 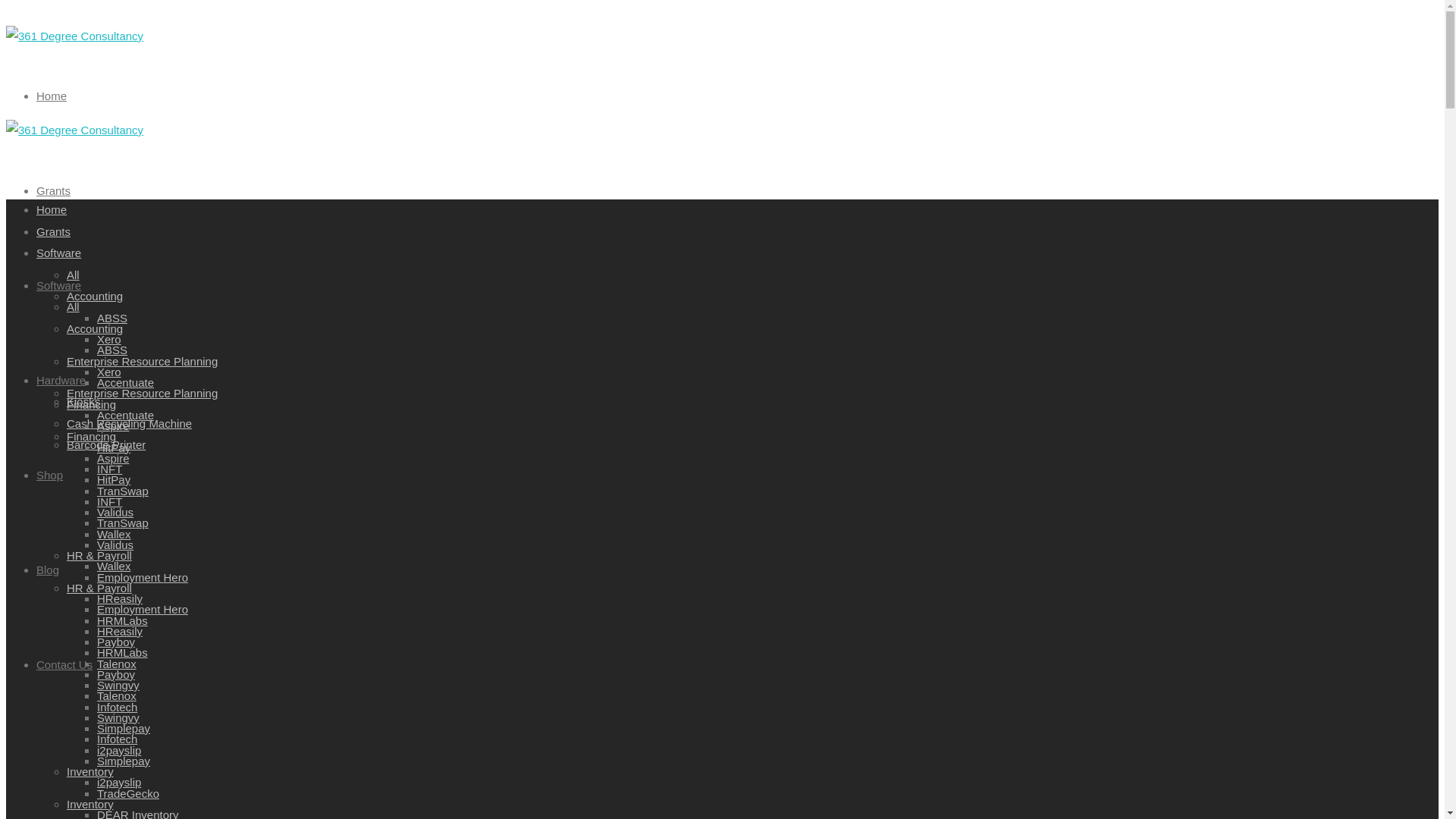 I want to click on 'Infotech', so click(x=116, y=707).